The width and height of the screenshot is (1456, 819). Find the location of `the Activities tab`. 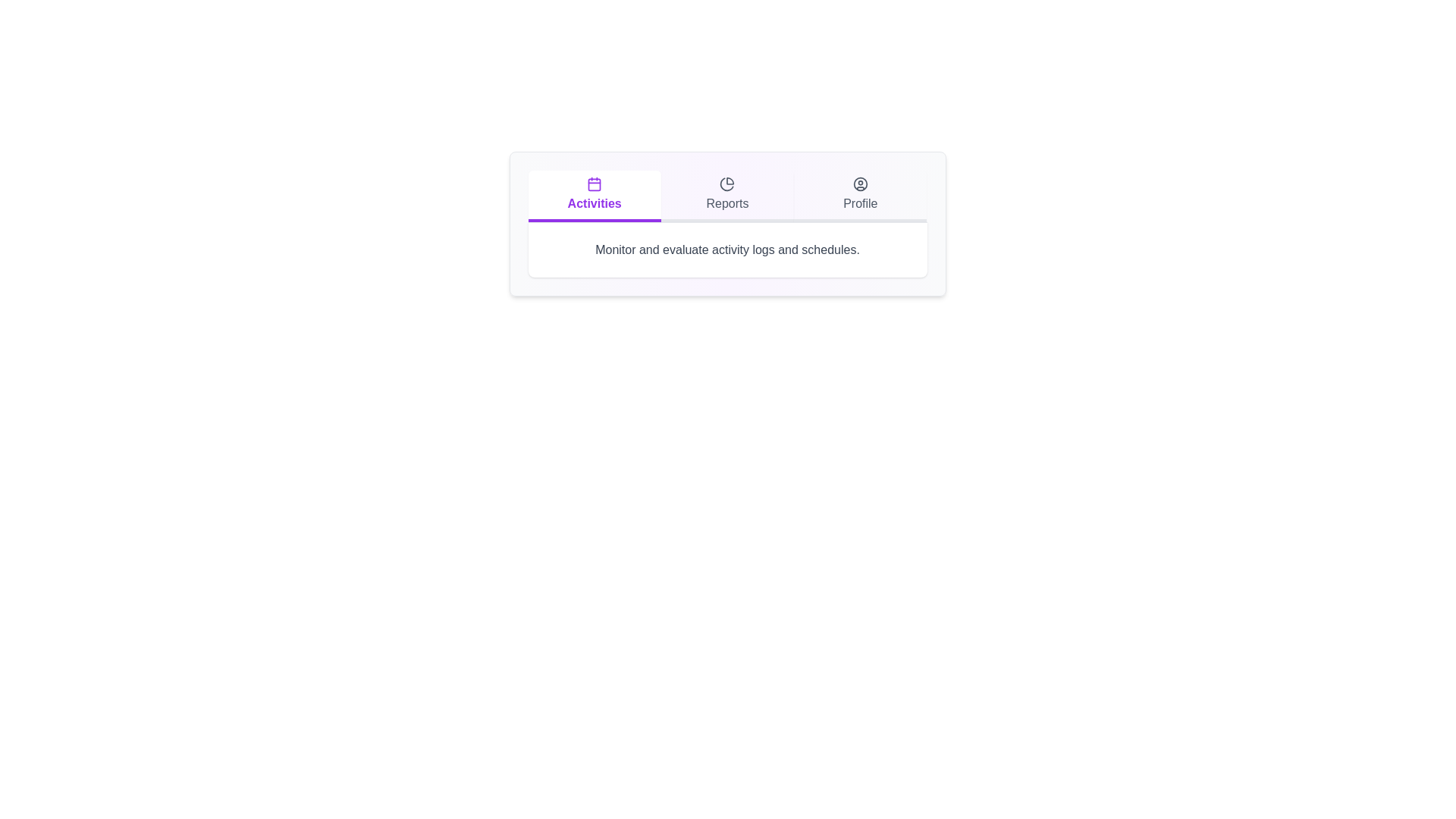

the Activities tab is located at coordinates (593, 195).